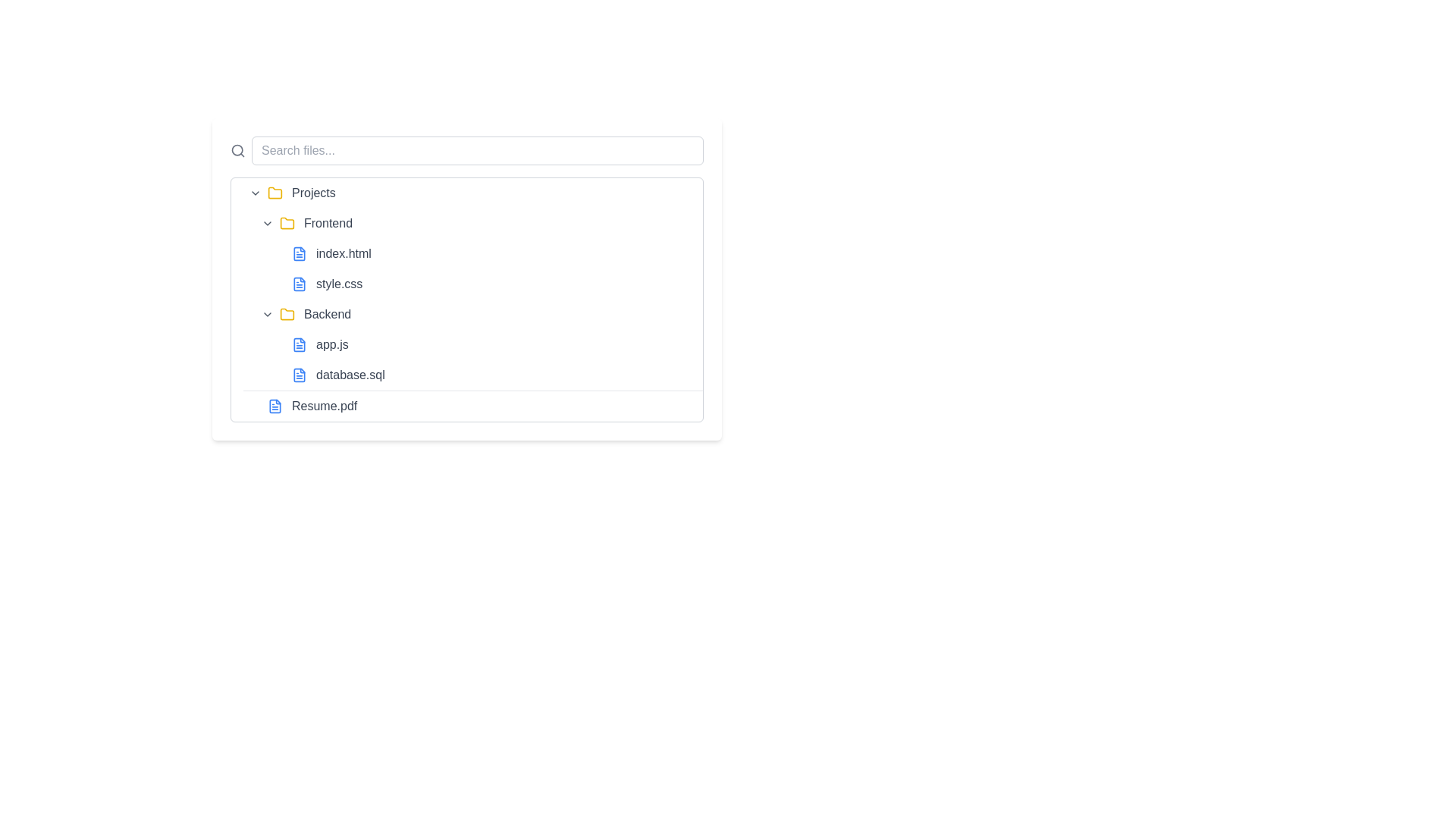 Image resolution: width=1456 pixels, height=819 pixels. What do you see at coordinates (299, 375) in the screenshot?
I see `the blue-colored file icon that represents a document` at bounding box center [299, 375].